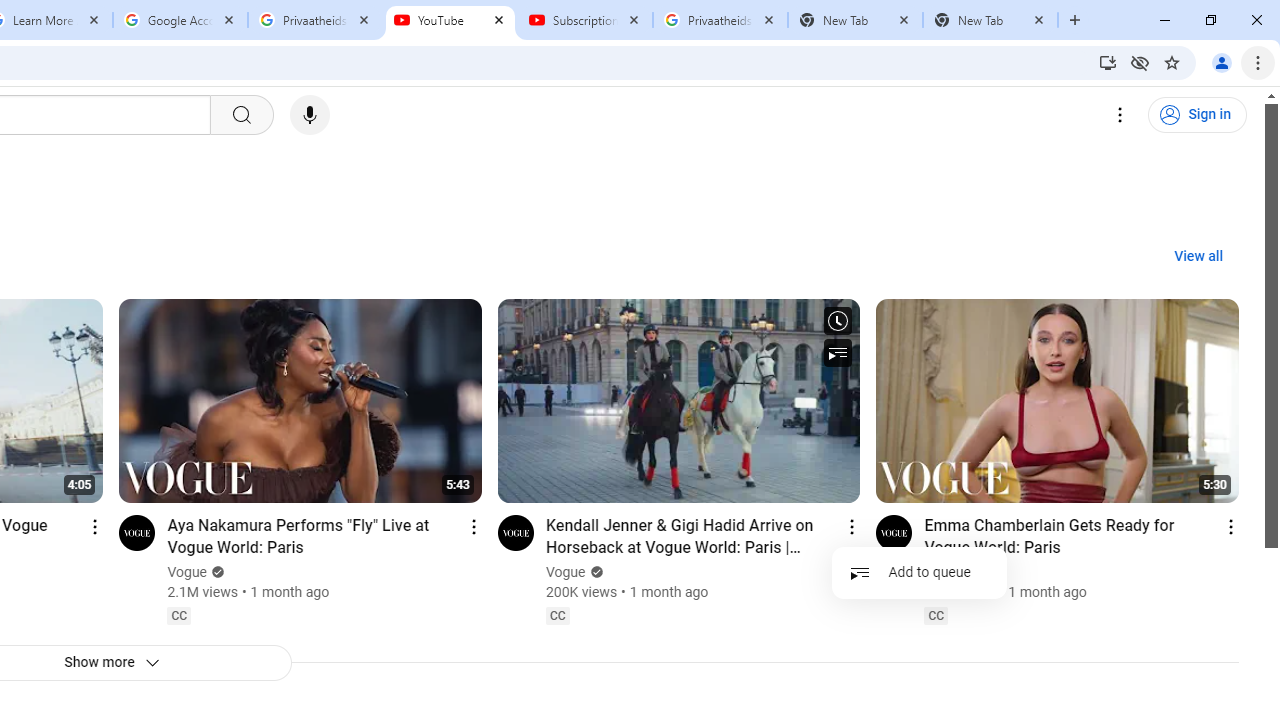 Image resolution: width=1280 pixels, height=720 pixels. What do you see at coordinates (1120, 115) in the screenshot?
I see `'Settings'` at bounding box center [1120, 115].